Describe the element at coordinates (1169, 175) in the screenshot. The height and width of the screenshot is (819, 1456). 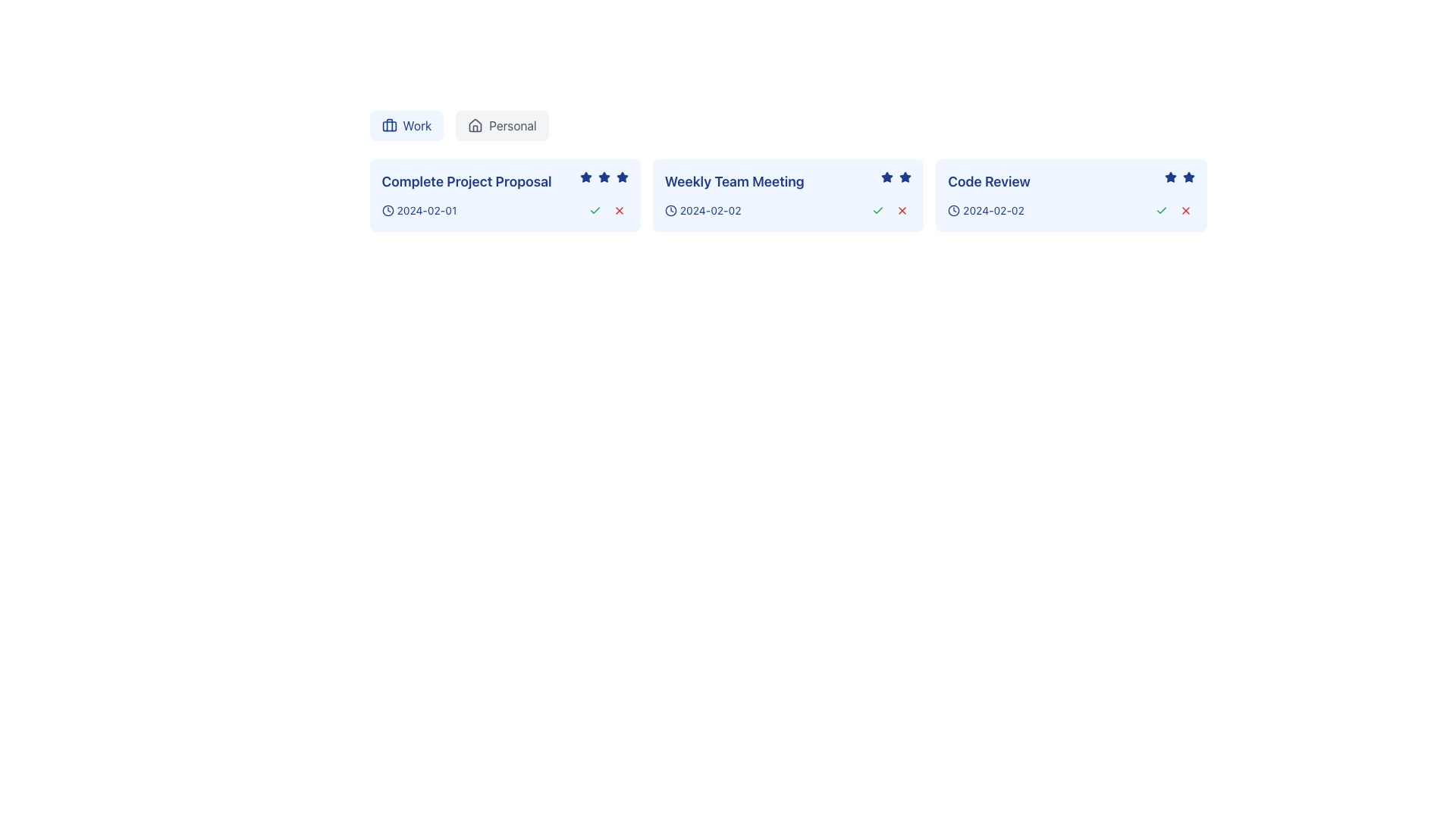
I see `the star icon button located in the top-right corner of the rightmost card, adjacent to the title 'Code Review', to mark the item as favorite` at that location.